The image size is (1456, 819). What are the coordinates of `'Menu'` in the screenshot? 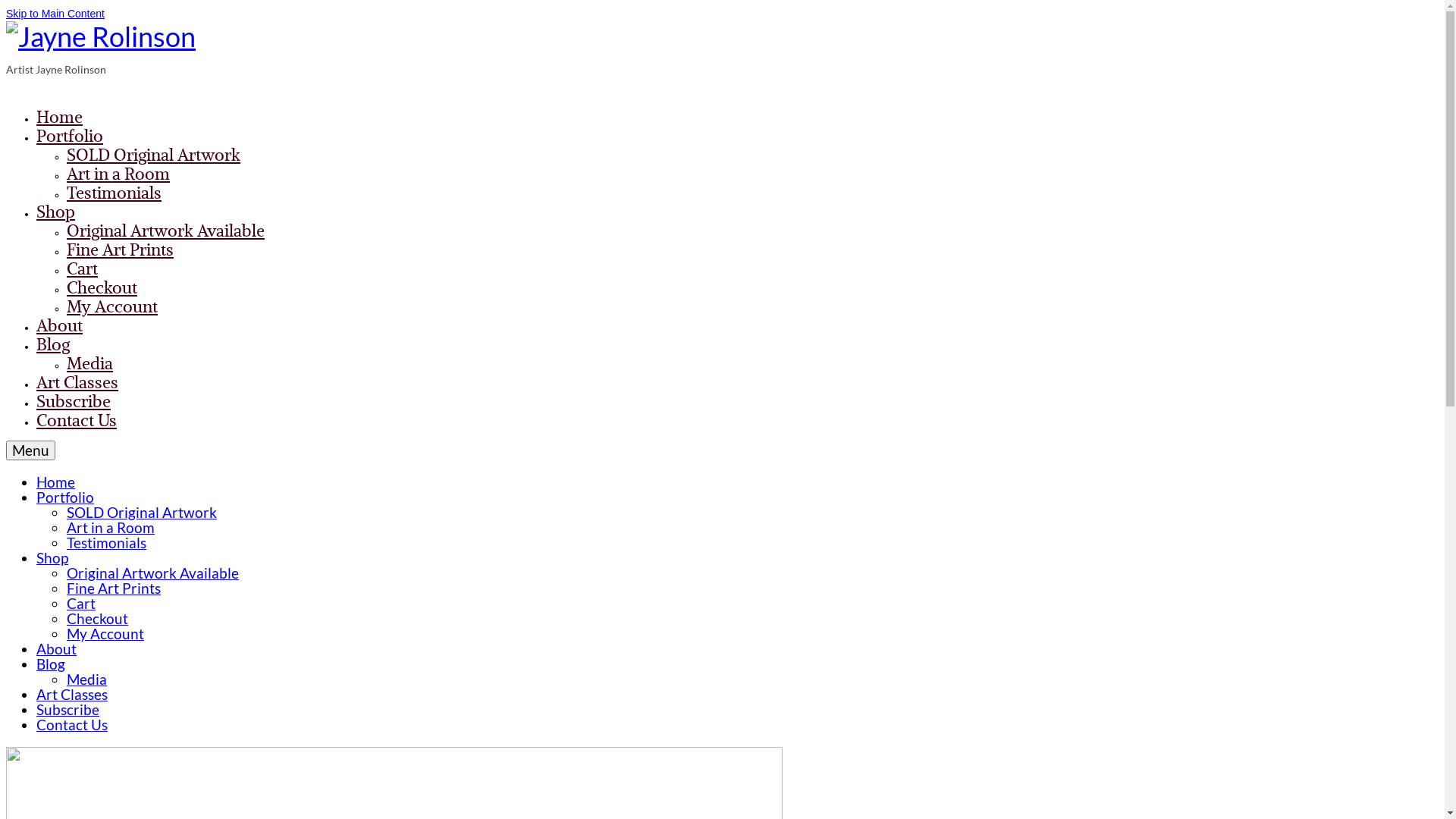 It's located at (30, 450).